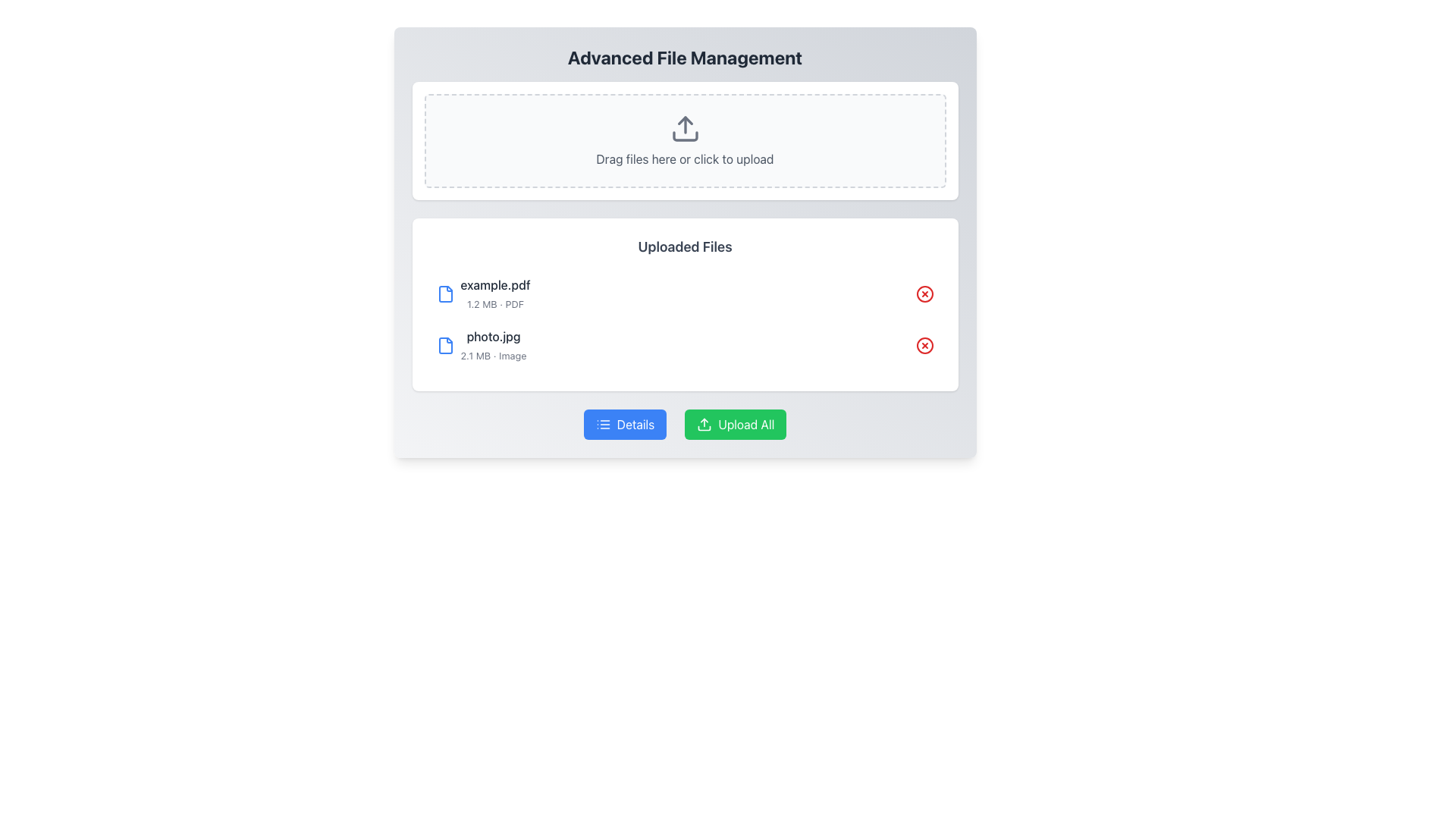 This screenshot has width=1456, height=819. I want to click on the text label displaying 'photo.jpg', which is styled in bold, dark gray font and is the first item in the file listing interface, so click(494, 335).